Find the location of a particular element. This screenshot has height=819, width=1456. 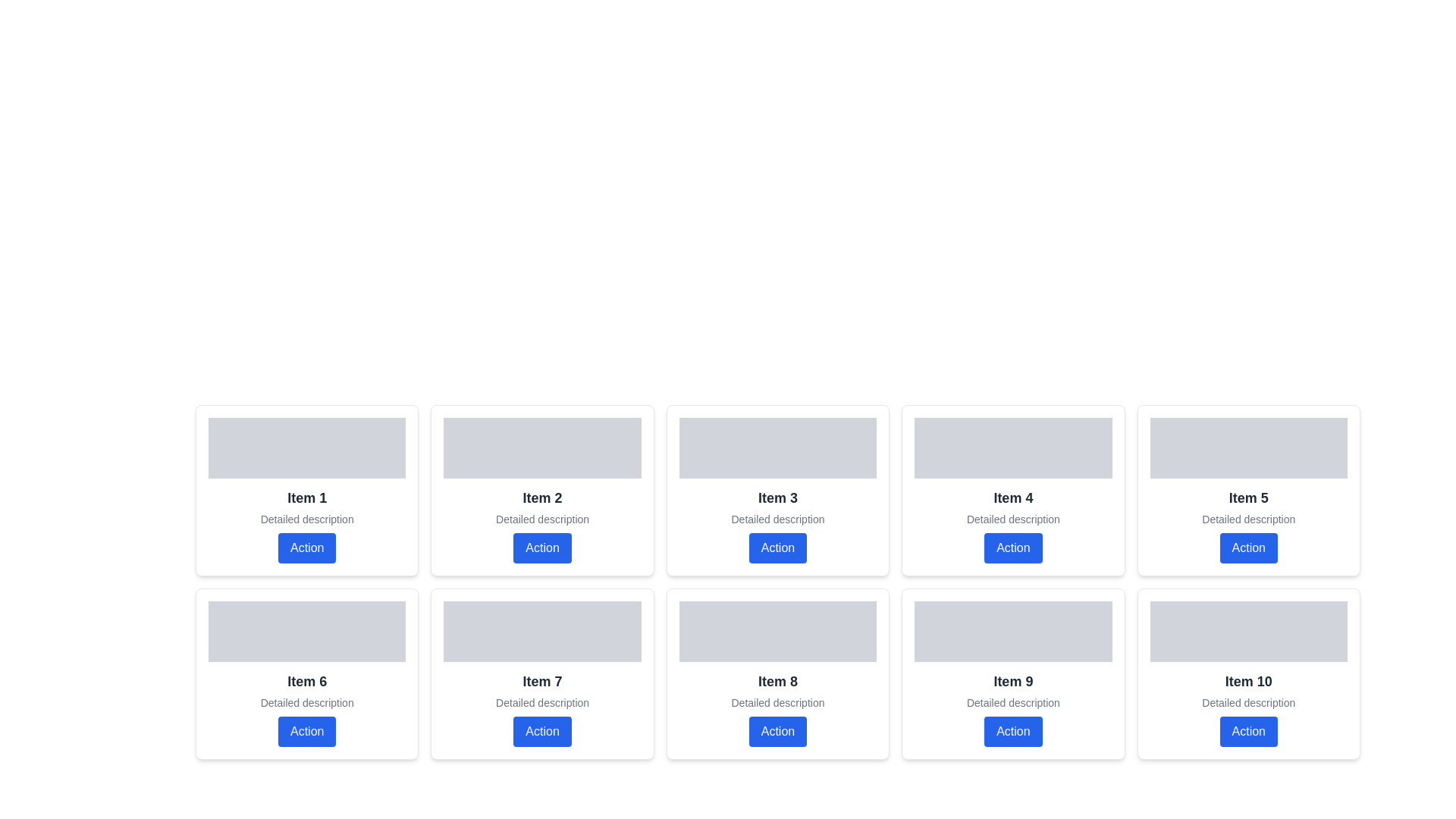

text label that serves as the title for the card located in the second row and fourth column of the grid layout is located at coordinates (778, 680).